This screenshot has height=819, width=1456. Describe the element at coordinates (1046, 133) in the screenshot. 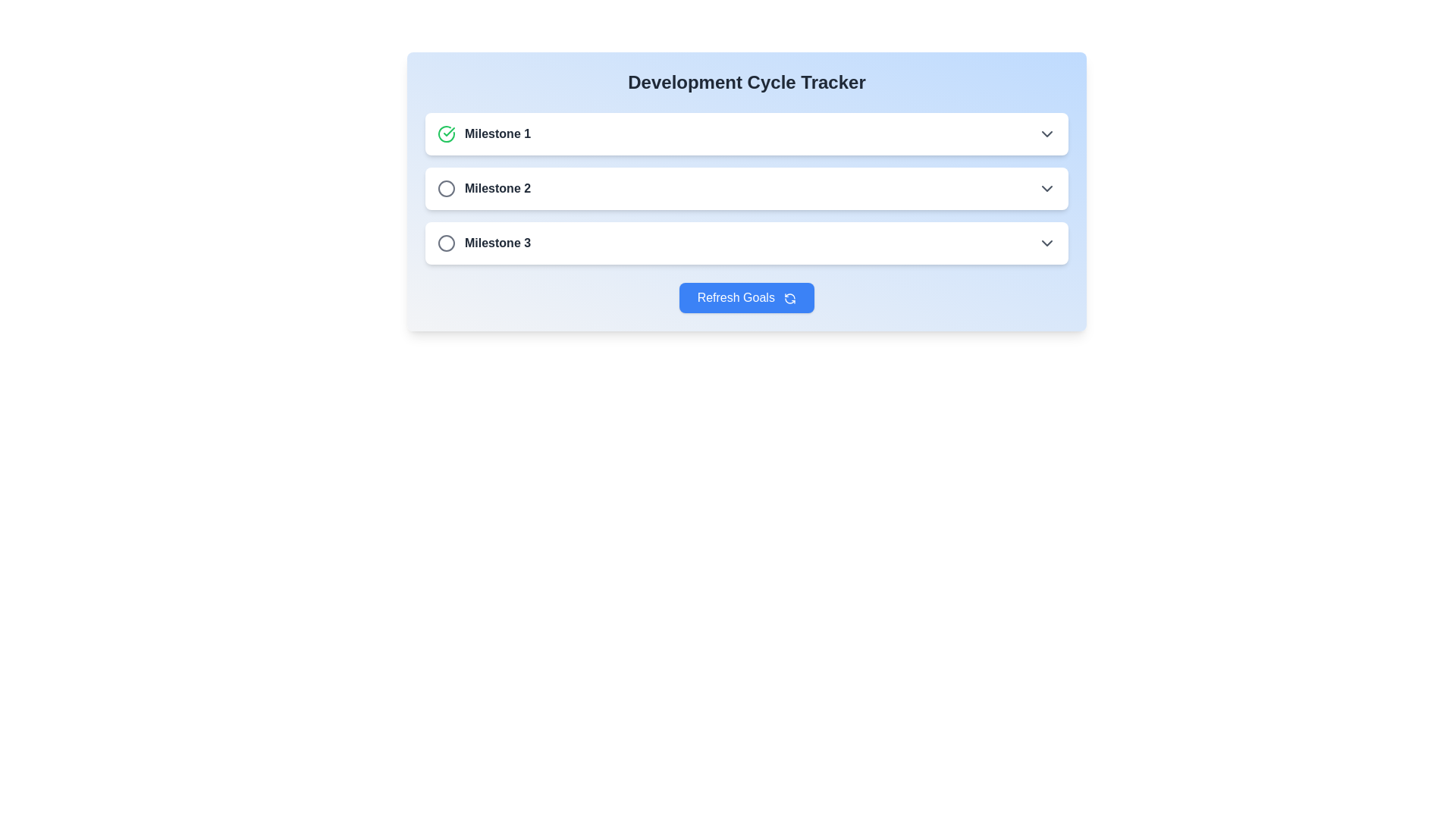

I see `the triangular downward-pointing arrow button representing a dropdown menu located at the far-right side of the 'Milestone 1' component for accessibility navigation` at that location.